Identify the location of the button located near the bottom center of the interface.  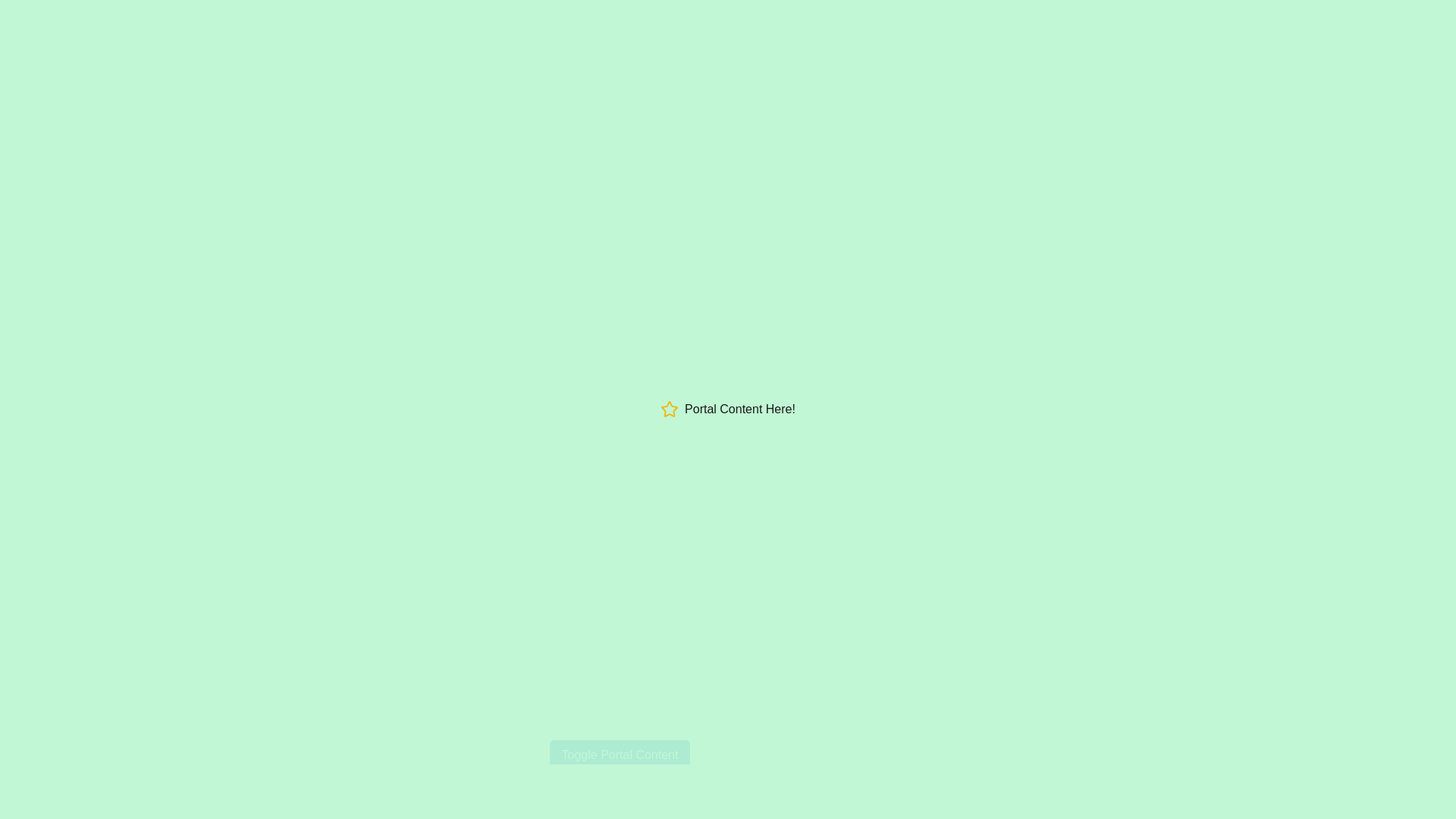
(620, 755).